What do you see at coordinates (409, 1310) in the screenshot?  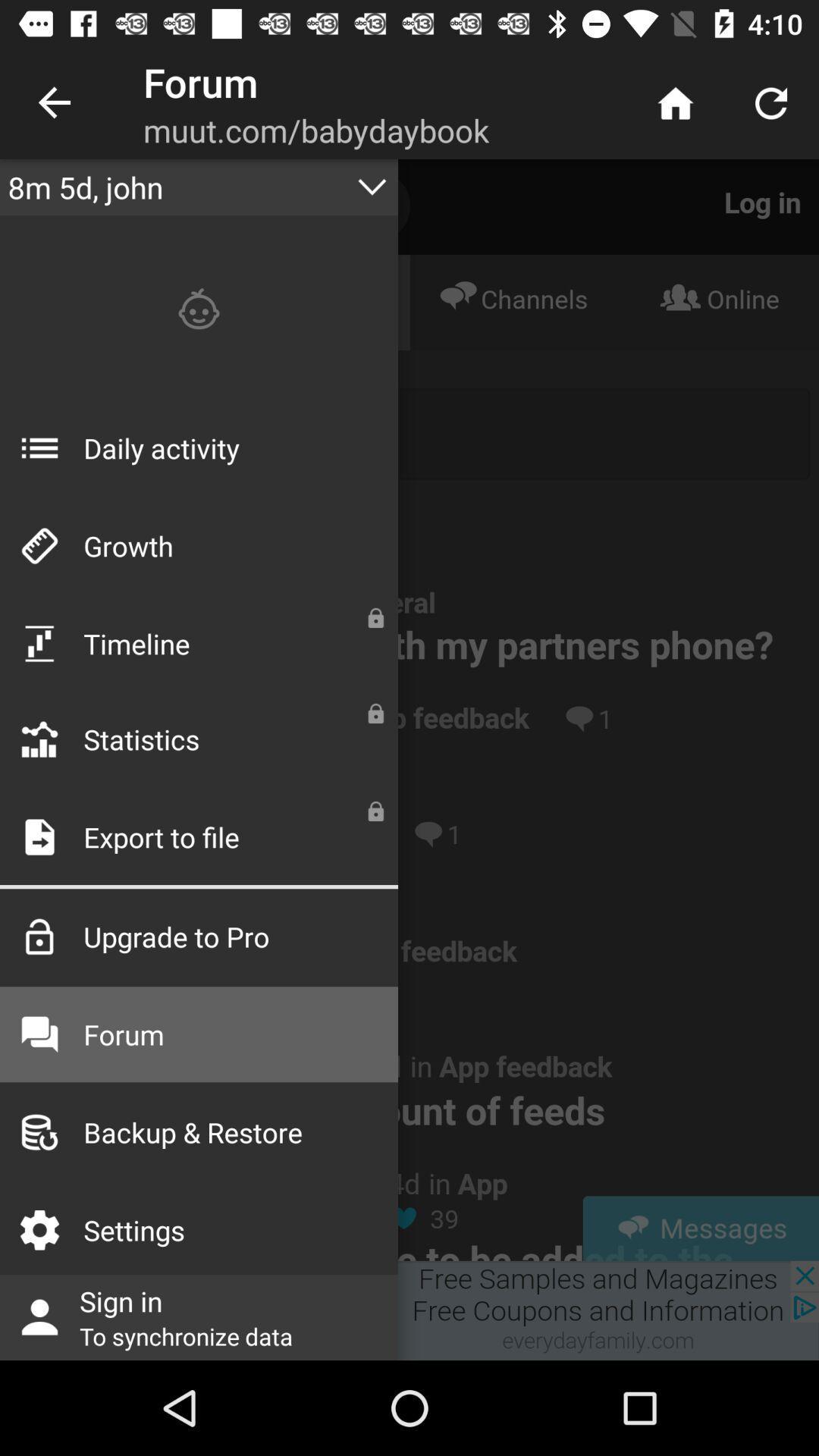 I see `open account sign in page` at bounding box center [409, 1310].